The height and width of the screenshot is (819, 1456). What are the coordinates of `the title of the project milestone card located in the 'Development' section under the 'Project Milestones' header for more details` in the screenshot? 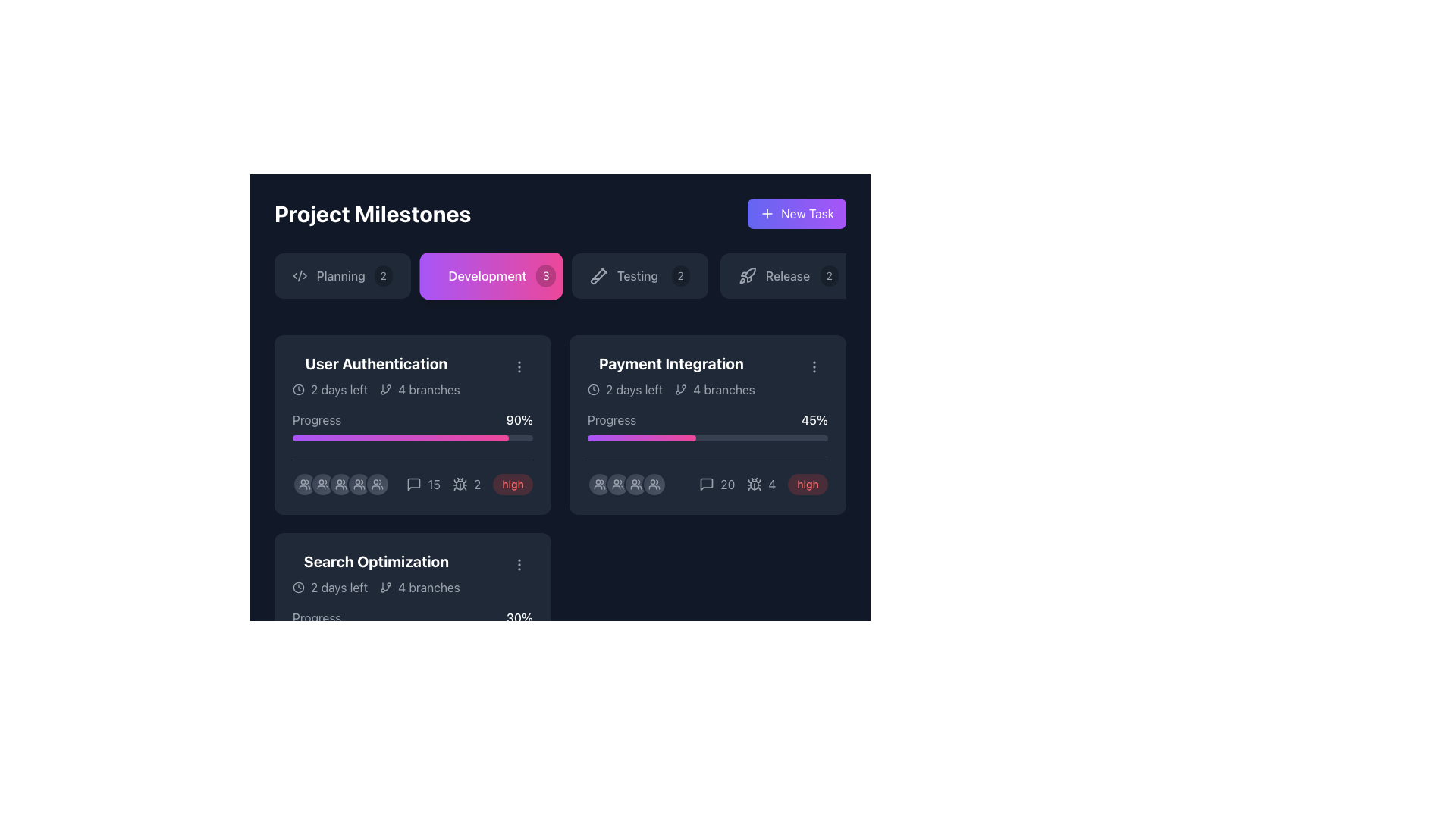 It's located at (413, 375).